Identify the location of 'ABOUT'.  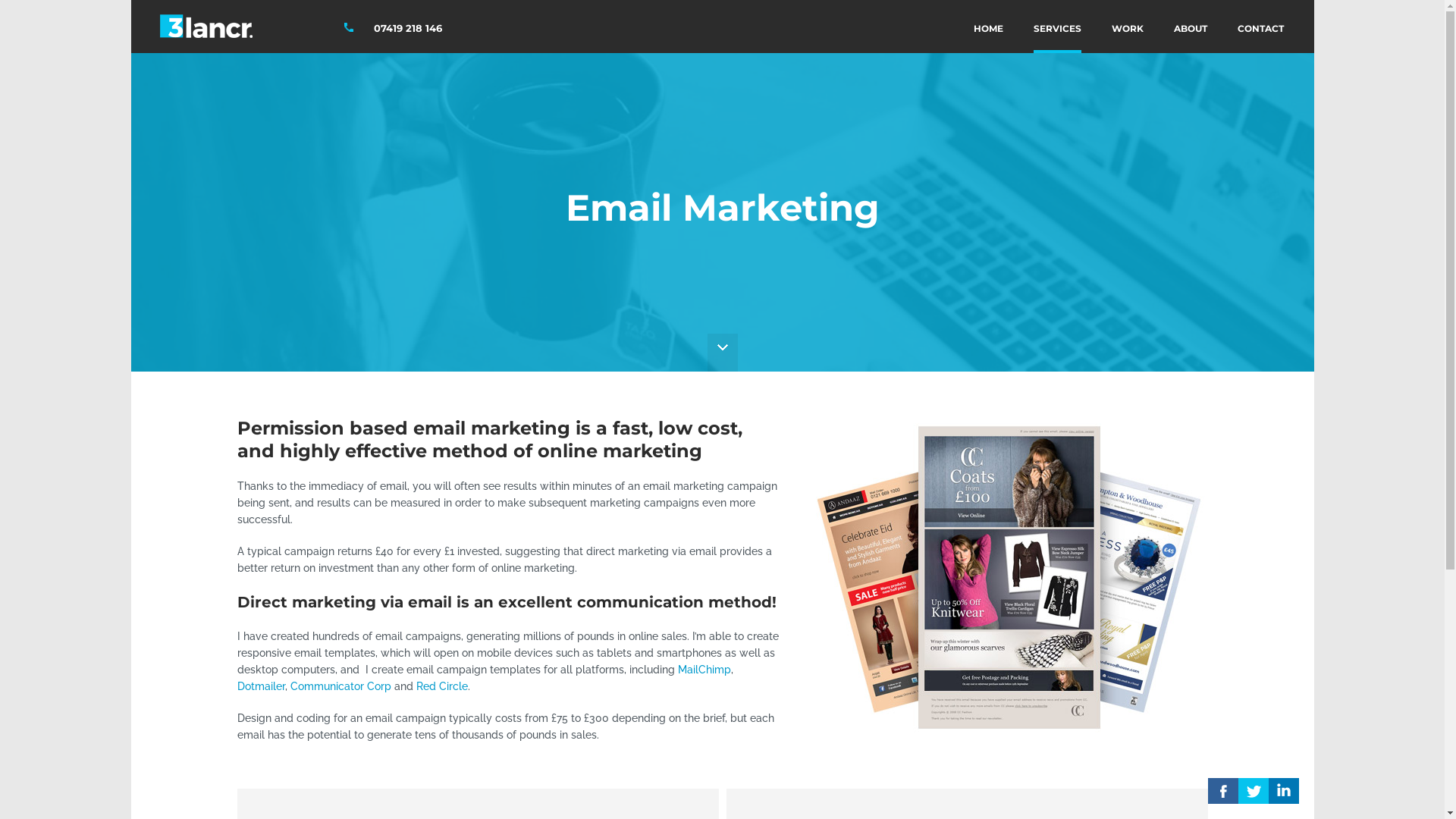
(1189, 26).